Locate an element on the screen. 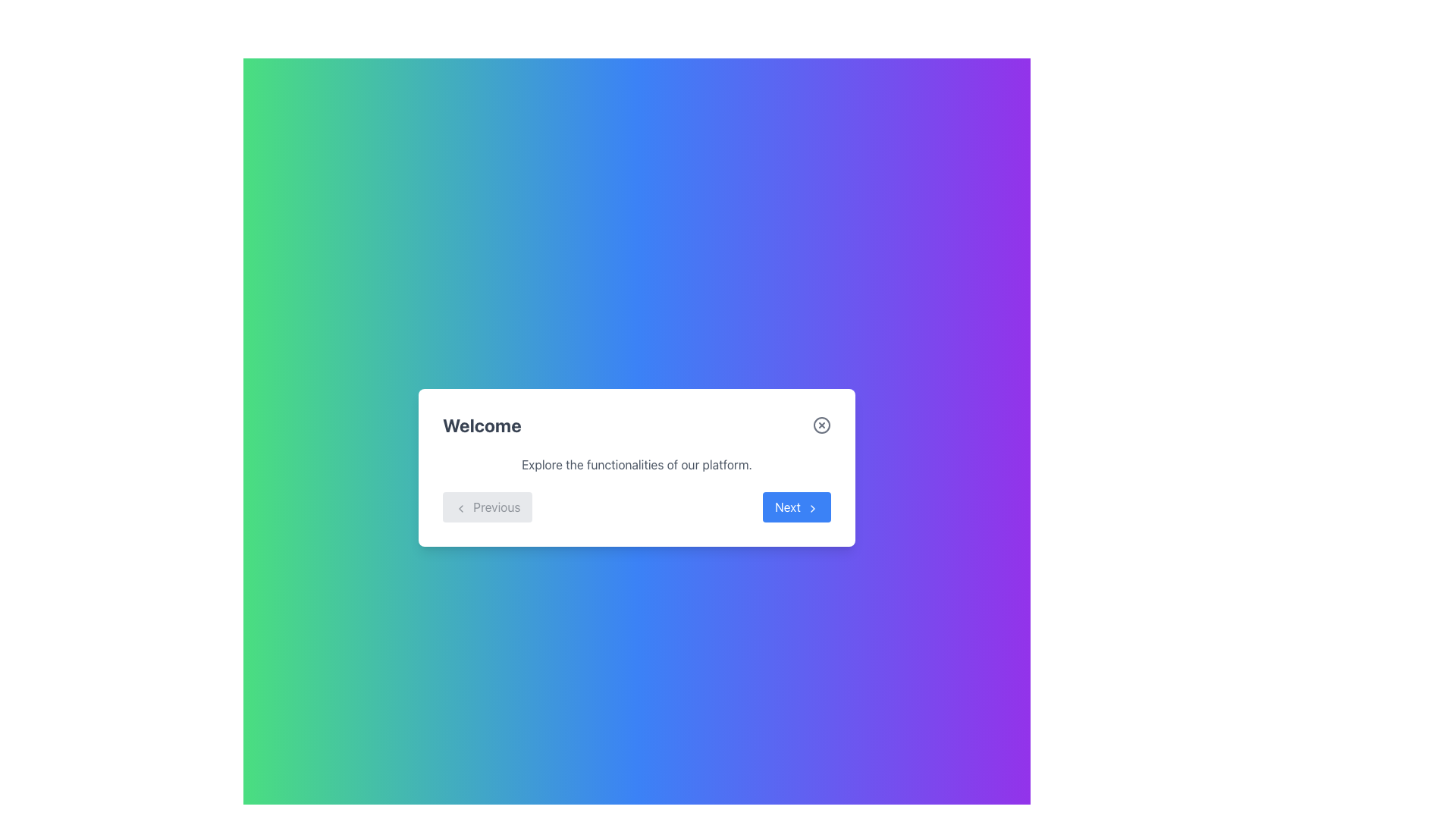  the close button represented by a gray circular icon with a cross inside, located at the top-right corner of the header section next to the 'Welcome' text label is located at coordinates (821, 425).